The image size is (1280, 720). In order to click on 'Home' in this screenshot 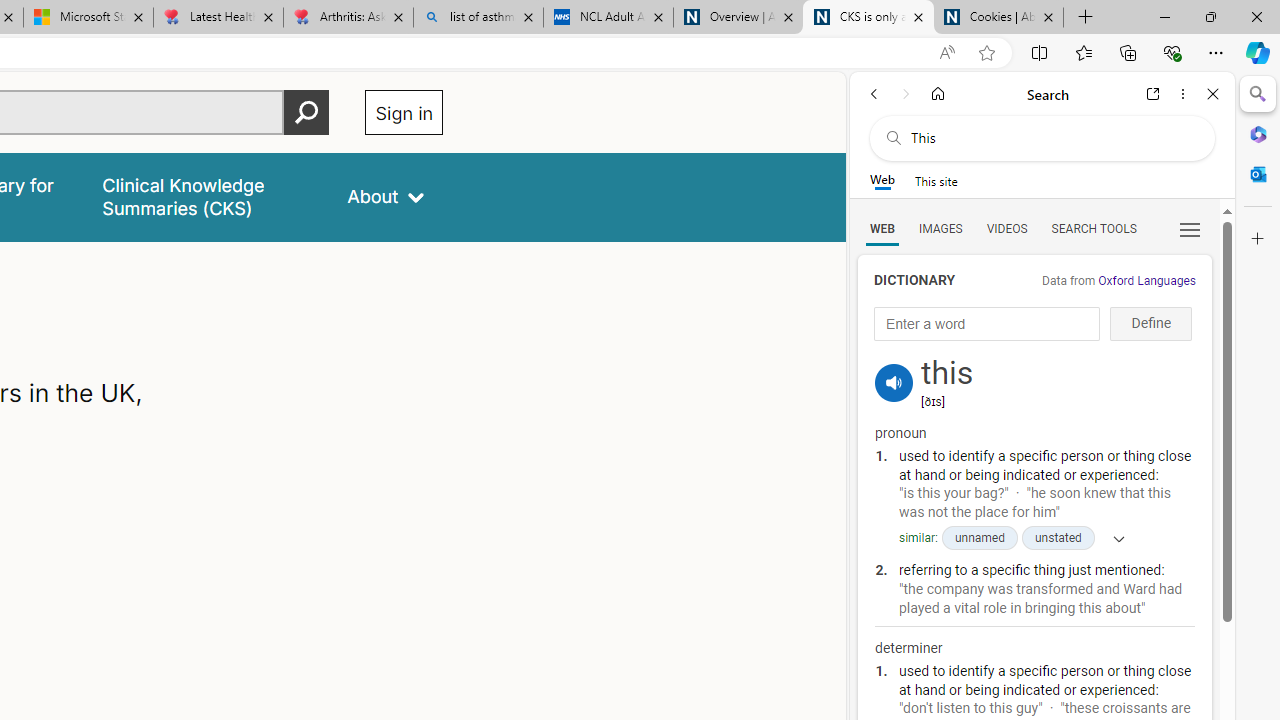, I will do `click(937, 93)`.